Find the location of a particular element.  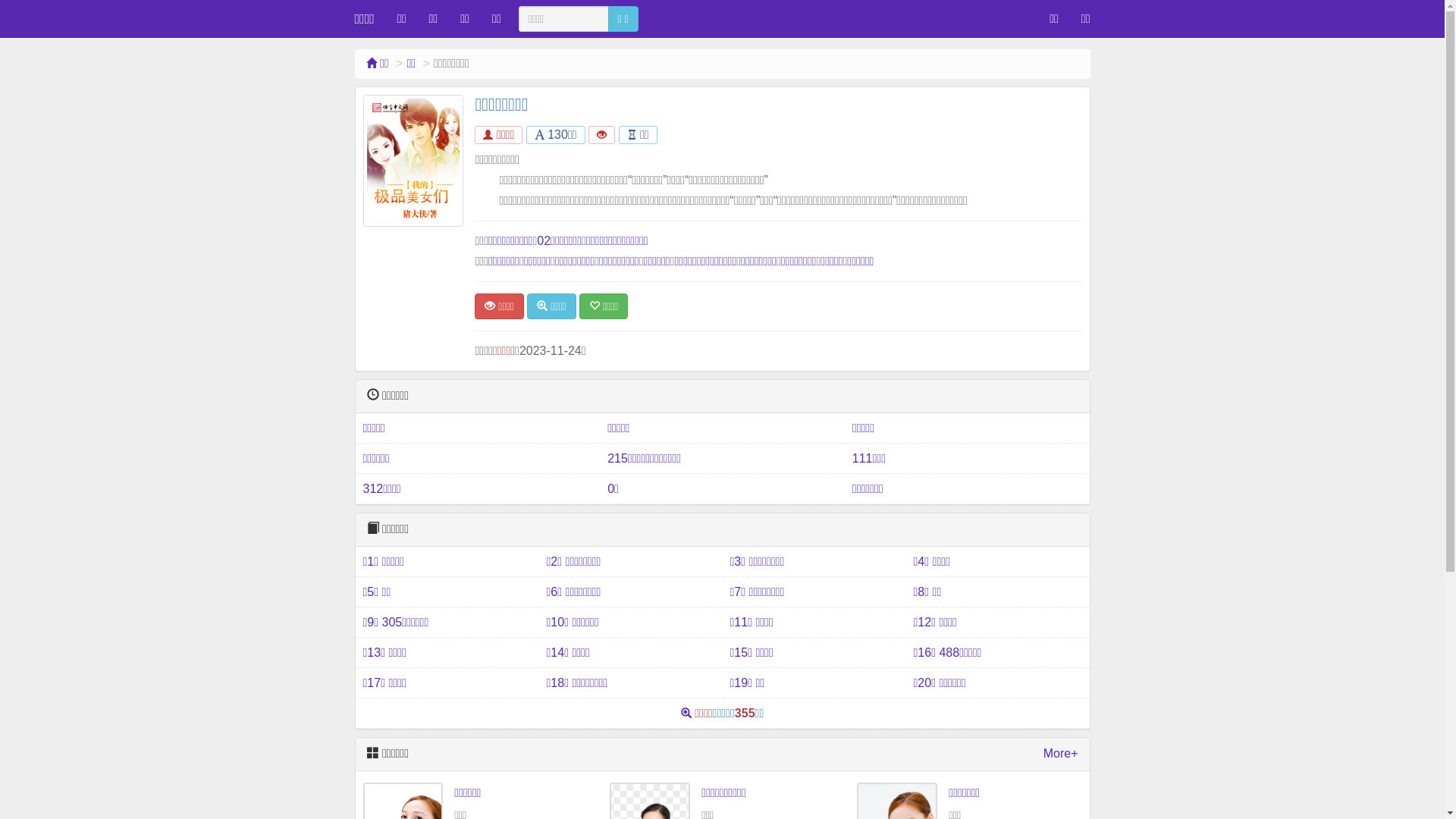

'More+' is located at coordinates (1043, 754).